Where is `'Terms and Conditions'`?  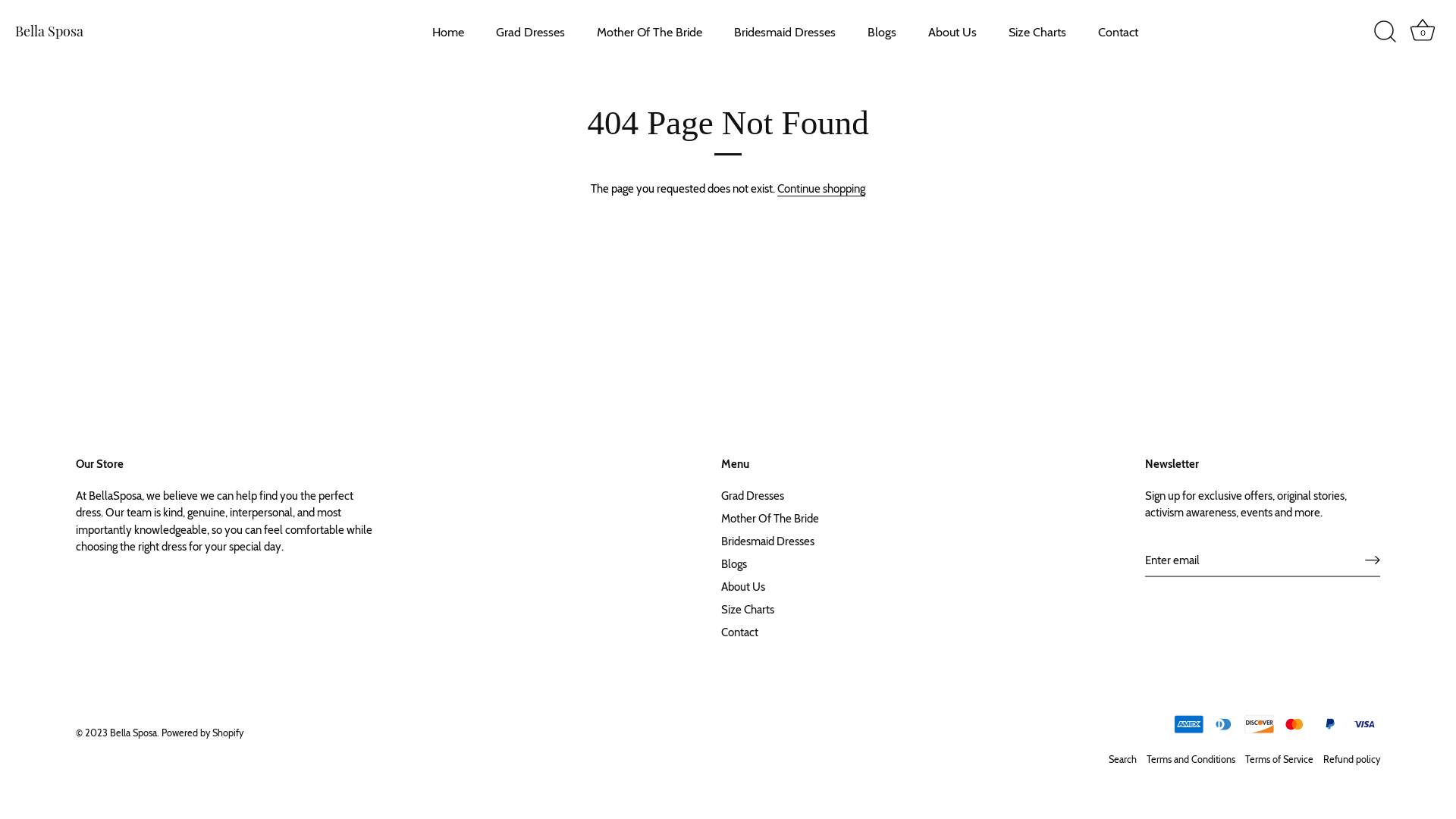 'Terms and Conditions' is located at coordinates (1190, 758).